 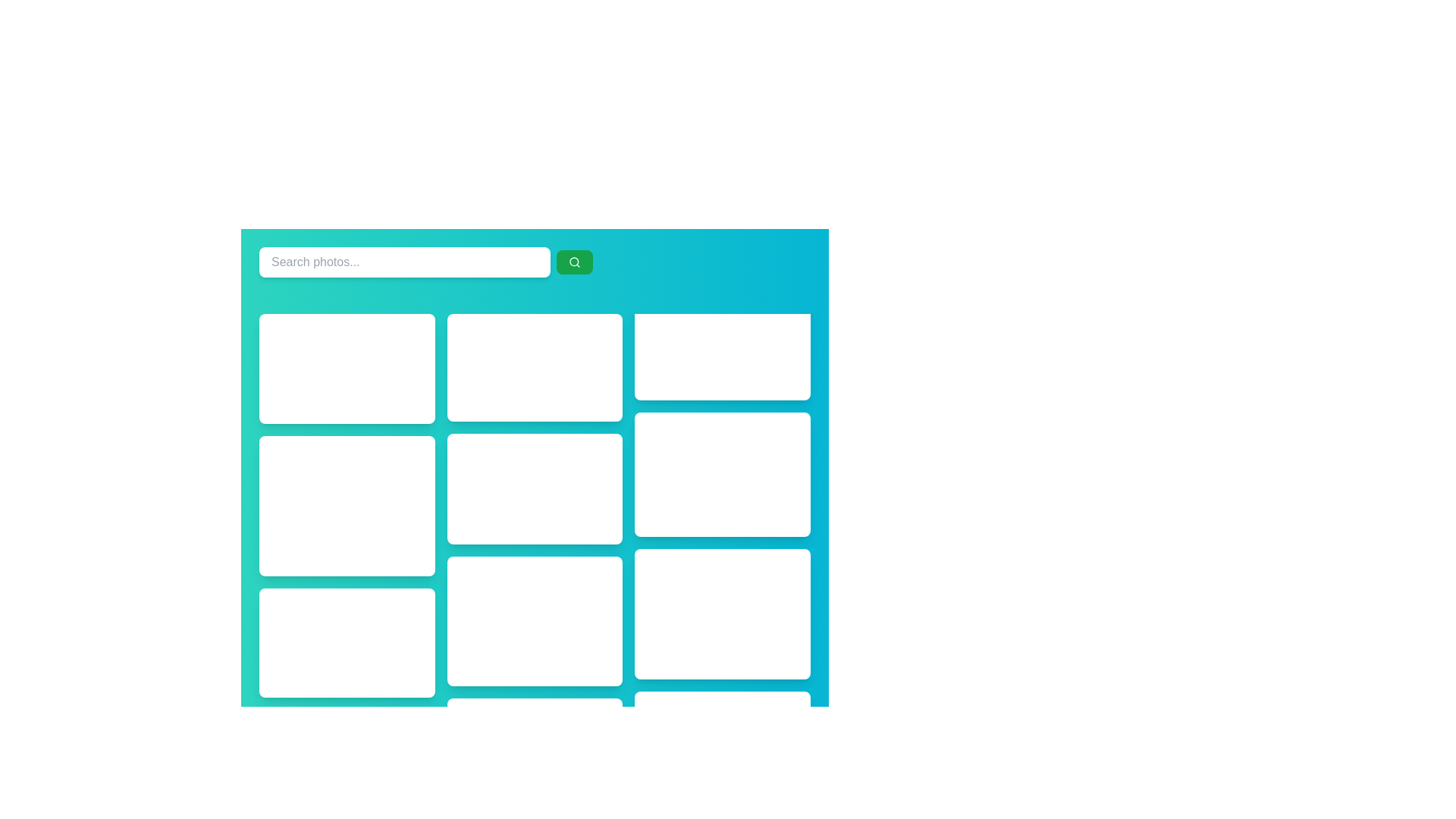 What do you see at coordinates (574, 262) in the screenshot?
I see `the search trigger button located immediately to the right of the search input field, which provides visual feedback when hovered over` at bounding box center [574, 262].